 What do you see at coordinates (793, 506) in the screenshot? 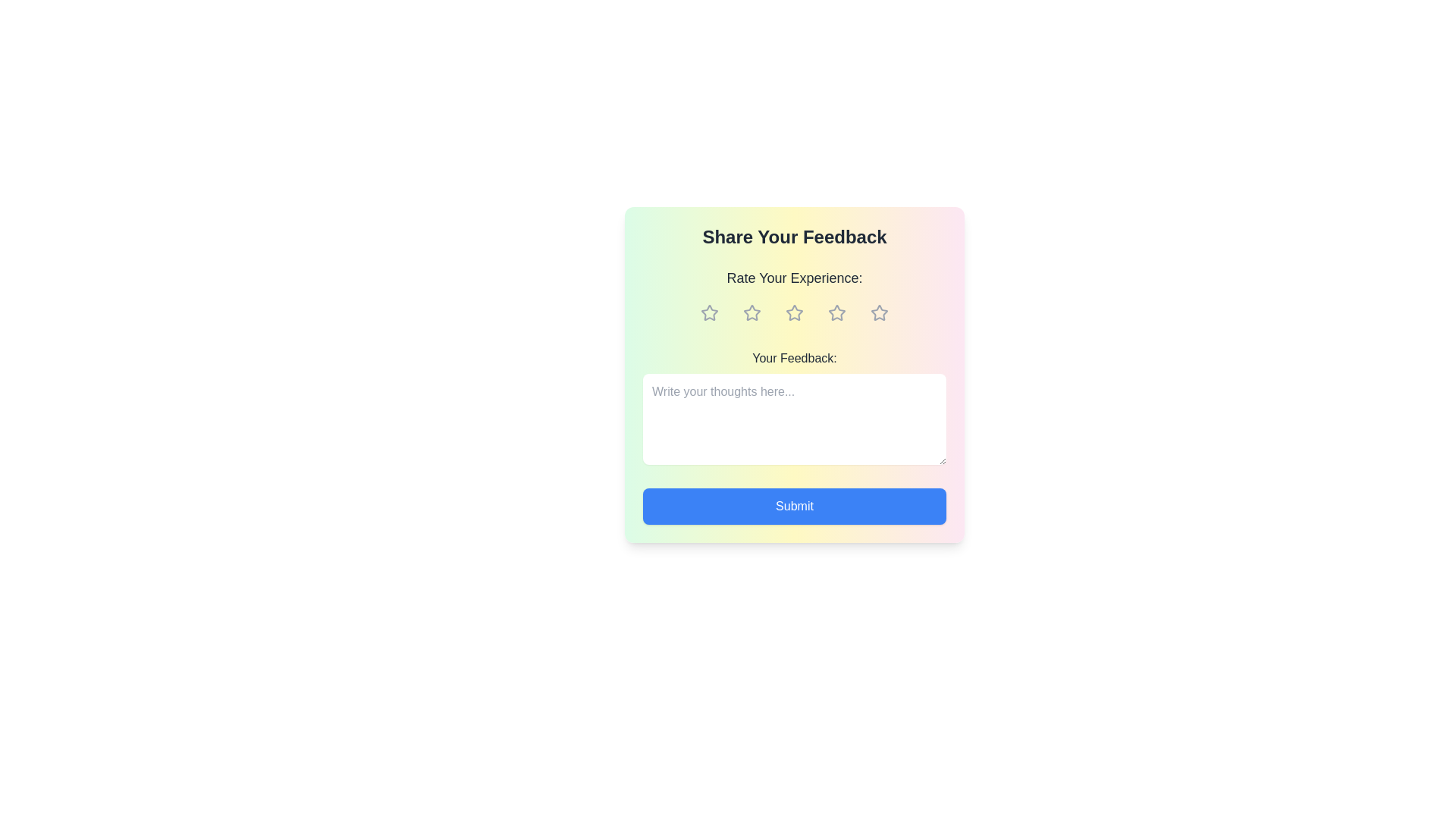
I see `the blue 'Submit' button with white text at the bottom of the feedback form` at bounding box center [793, 506].